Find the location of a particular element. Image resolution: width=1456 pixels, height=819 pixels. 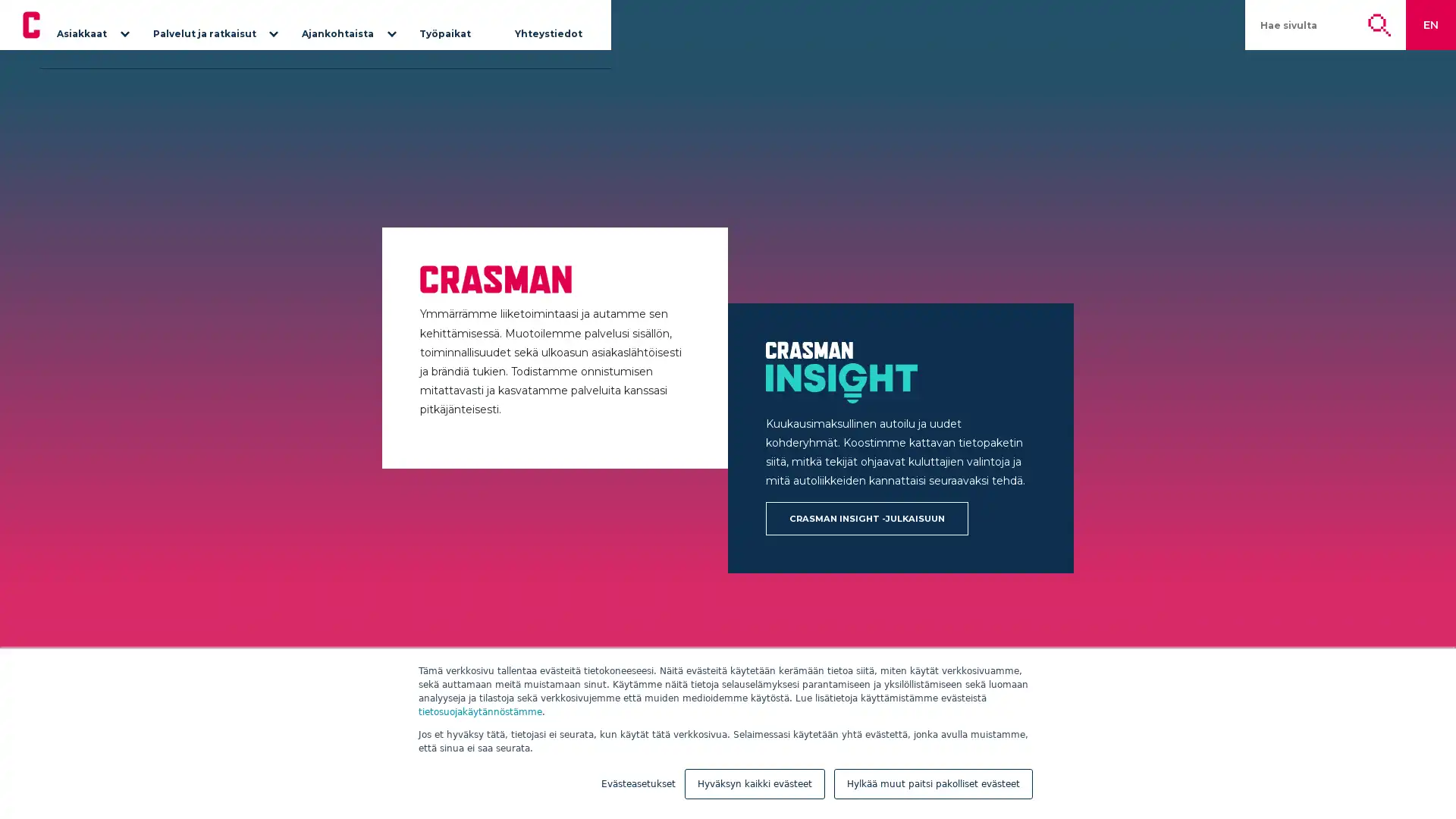

Hylkaa muut paitsi pakolliset evasteet is located at coordinates (932, 783).